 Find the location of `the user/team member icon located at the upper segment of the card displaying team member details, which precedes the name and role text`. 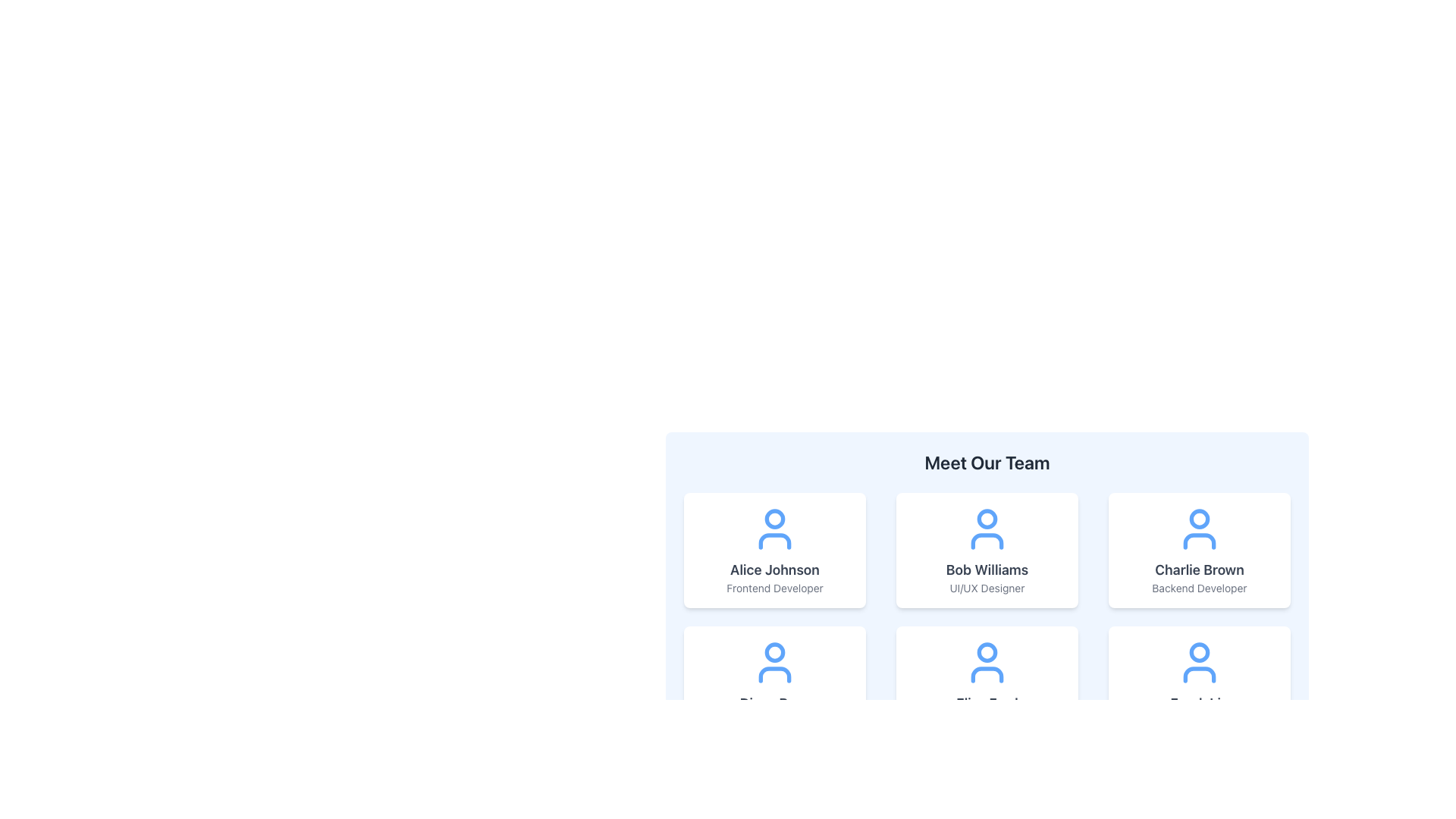

the user/team member icon located at the upper segment of the card displaying team member details, which precedes the name and role text is located at coordinates (775, 662).